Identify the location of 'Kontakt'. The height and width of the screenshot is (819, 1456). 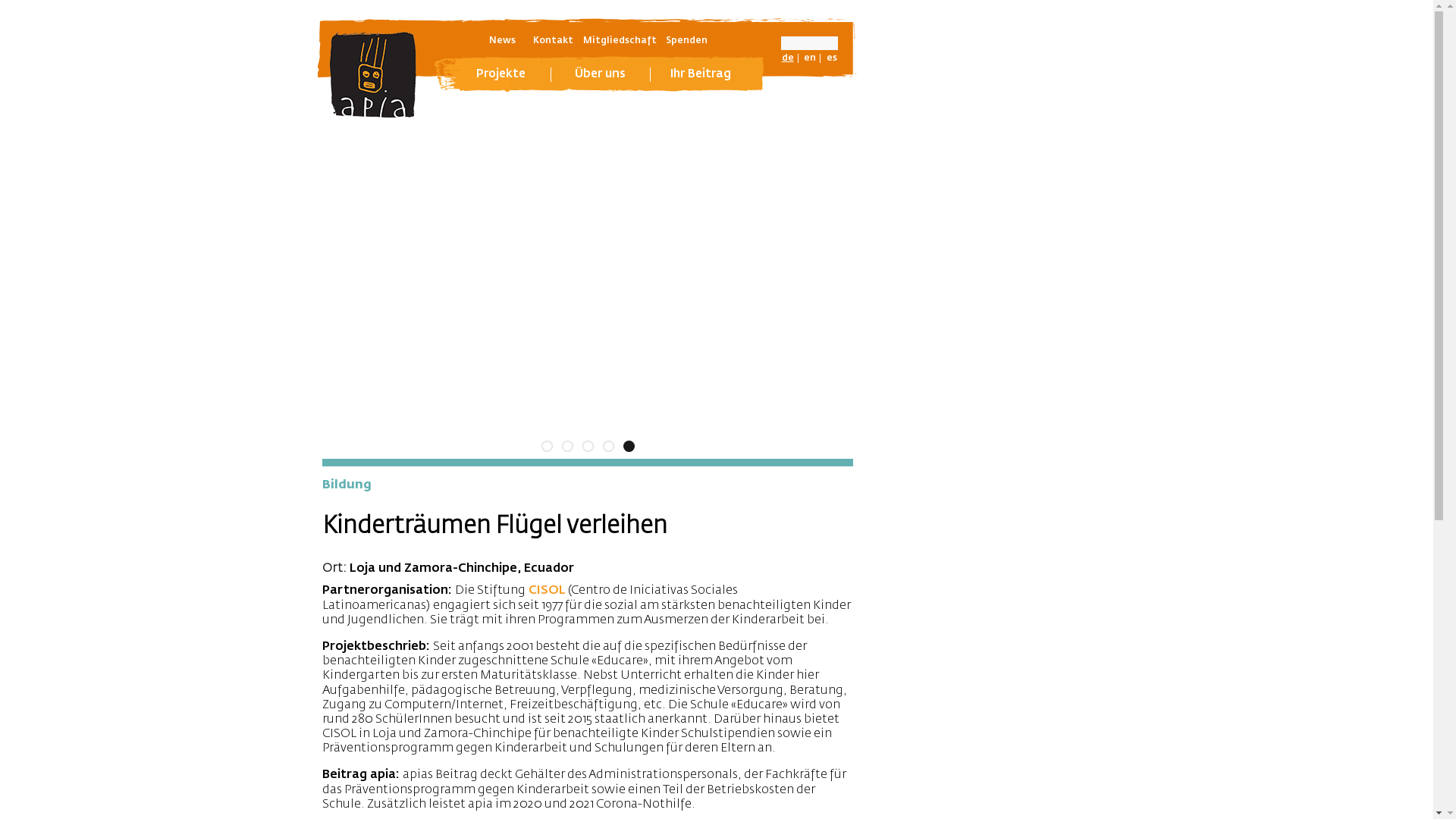
(552, 40).